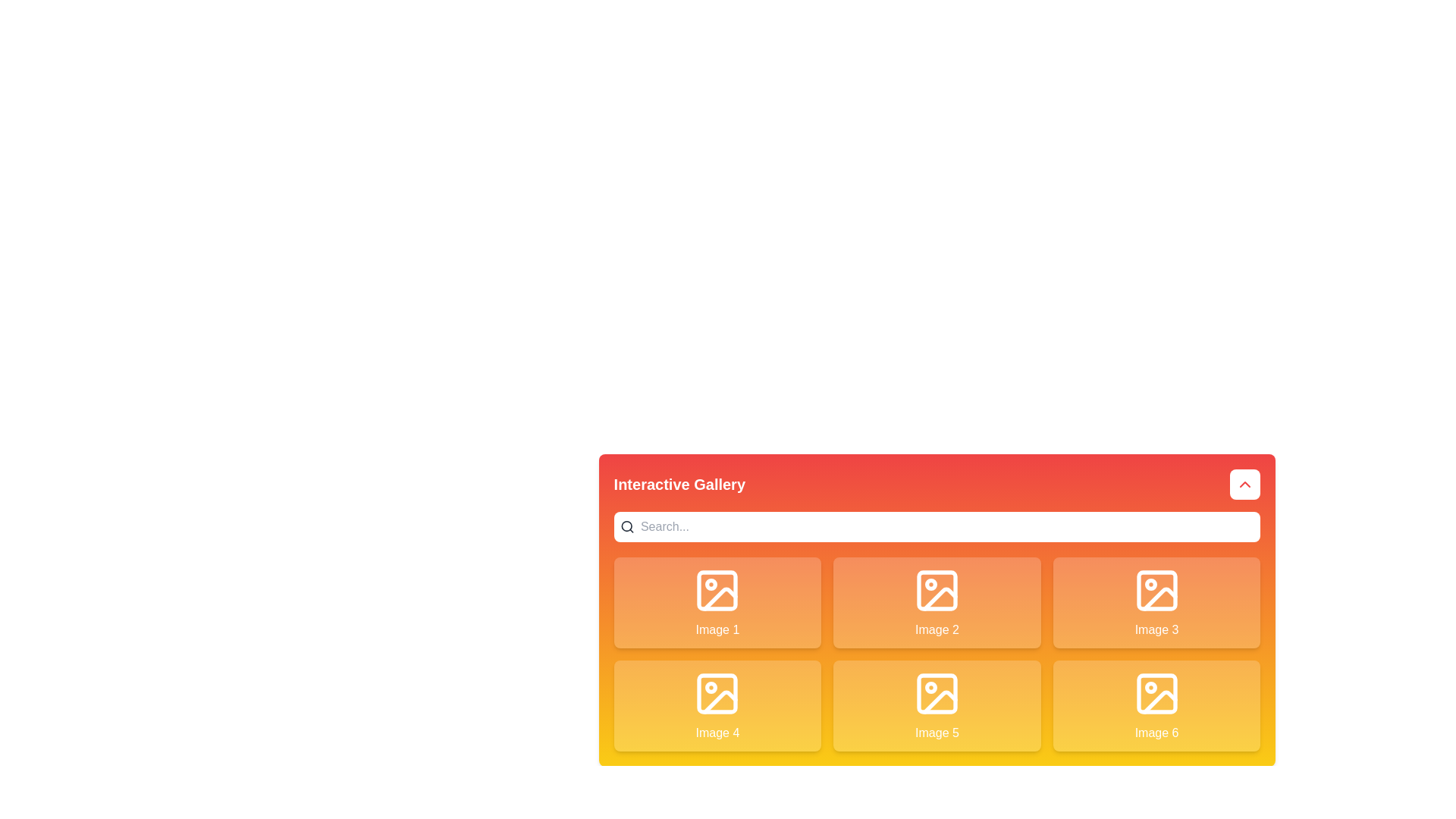  Describe the element at coordinates (1156, 705) in the screenshot. I see `the sixth image card in the gallery interface by moving the cursor to its center point for interaction` at that location.